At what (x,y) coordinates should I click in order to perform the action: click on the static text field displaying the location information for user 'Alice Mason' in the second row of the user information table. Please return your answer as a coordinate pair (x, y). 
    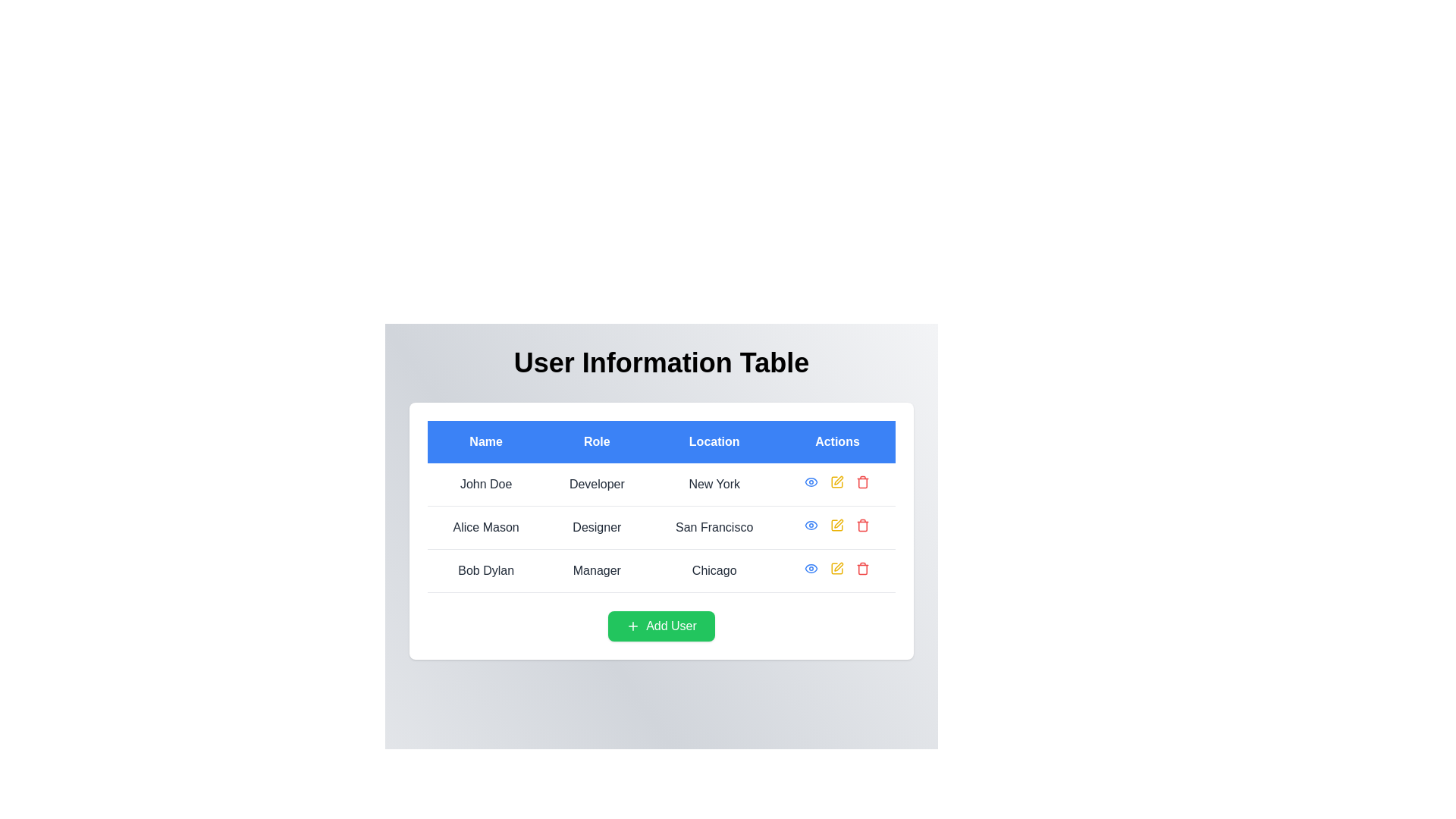
    Looking at the image, I should click on (714, 526).